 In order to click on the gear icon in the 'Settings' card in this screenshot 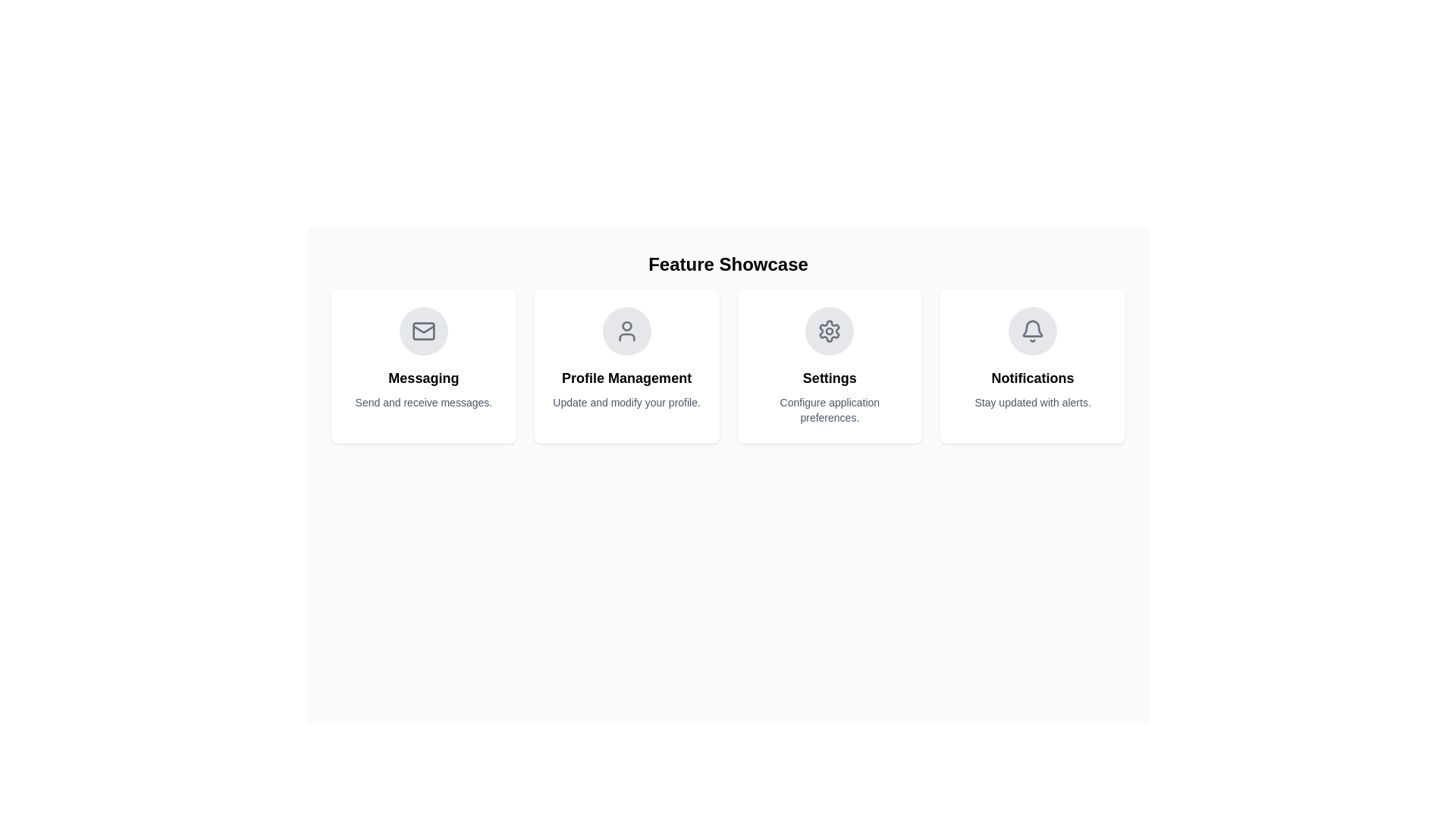, I will do `click(829, 330)`.